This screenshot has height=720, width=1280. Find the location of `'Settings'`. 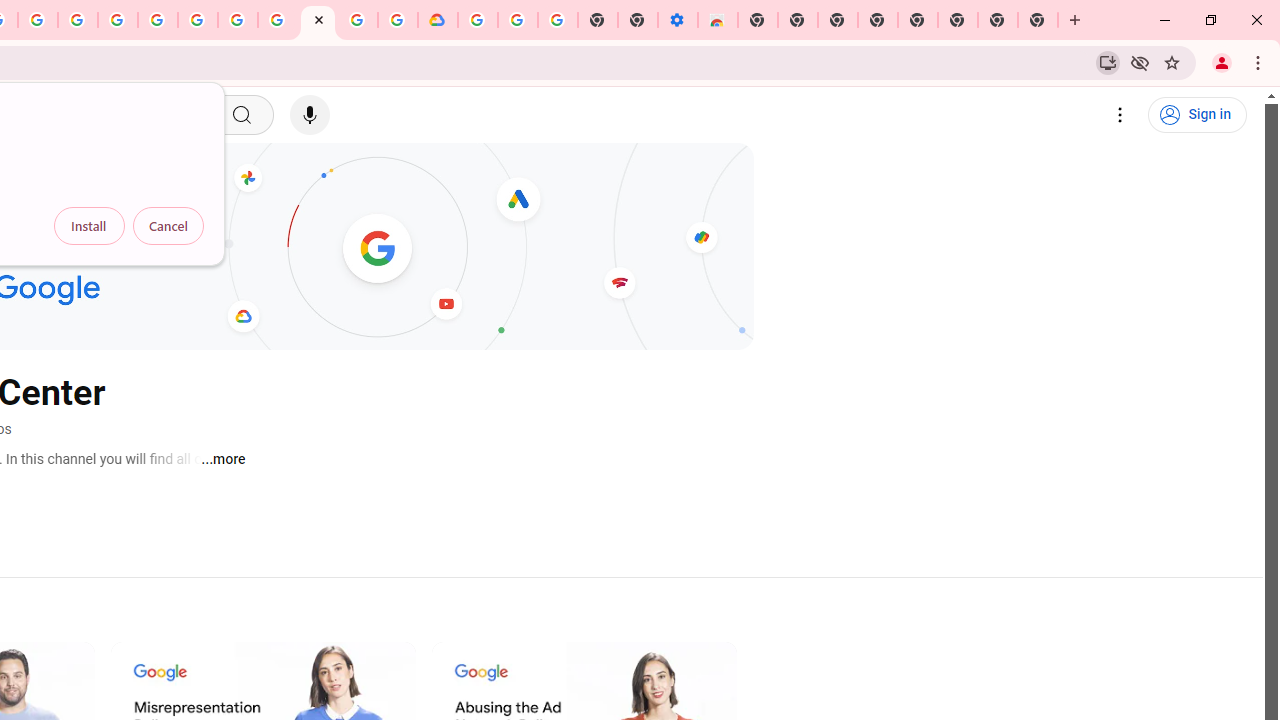

'Settings' is located at coordinates (1120, 115).